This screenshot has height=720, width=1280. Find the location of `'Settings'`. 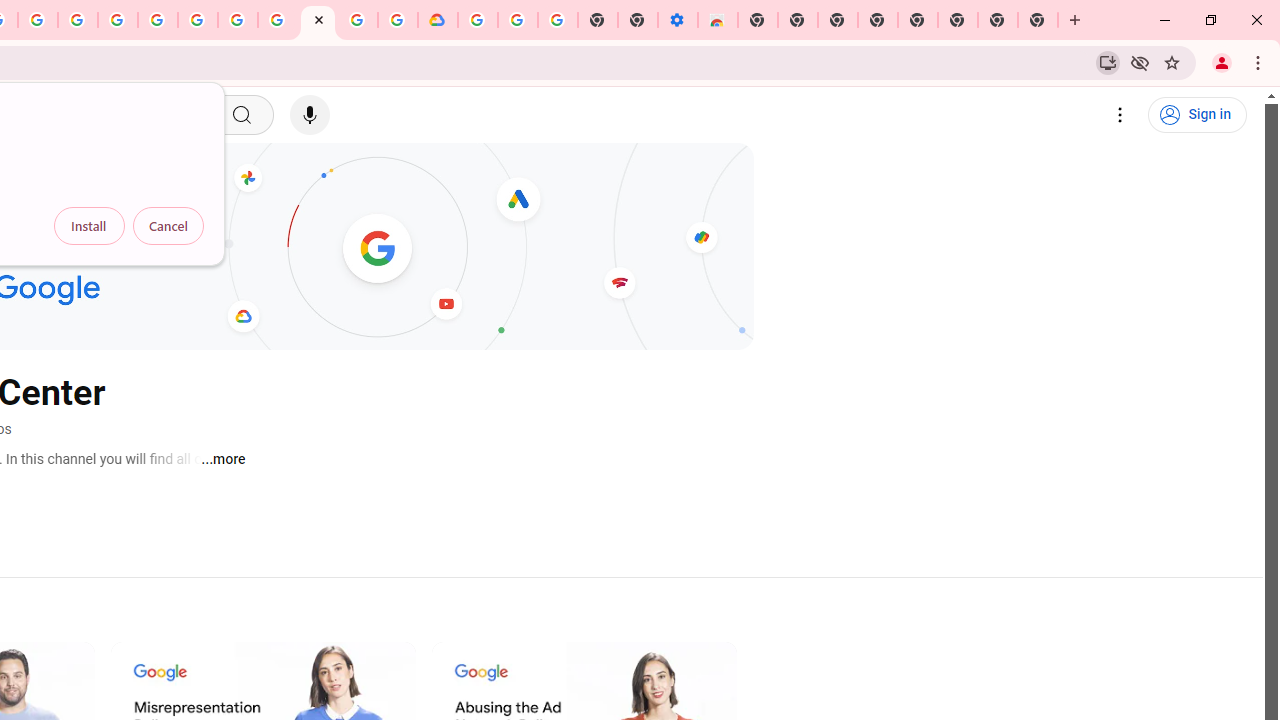

'Settings' is located at coordinates (1120, 115).